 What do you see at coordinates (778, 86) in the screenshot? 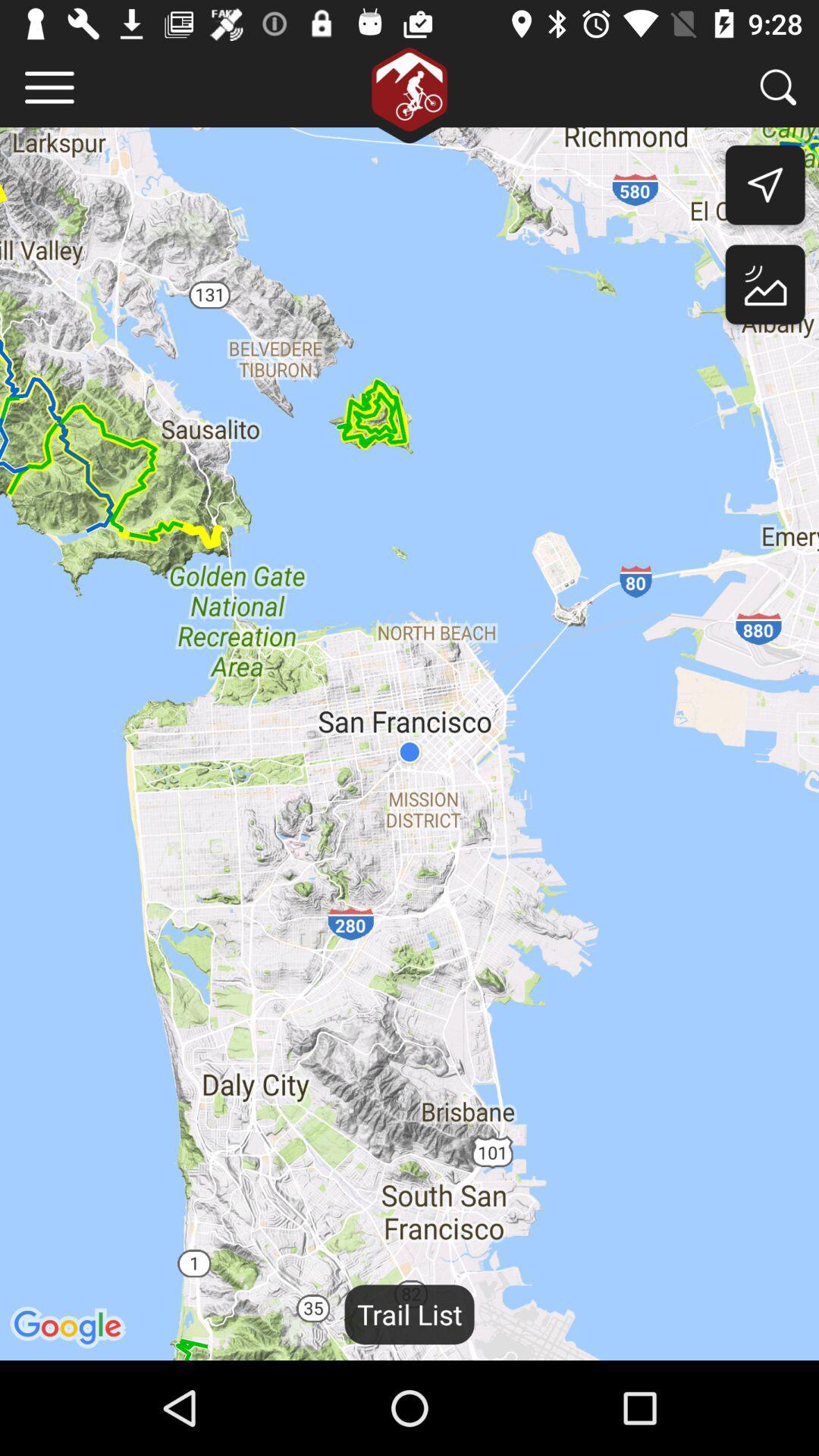
I see `zoom` at bounding box center [778, 86].